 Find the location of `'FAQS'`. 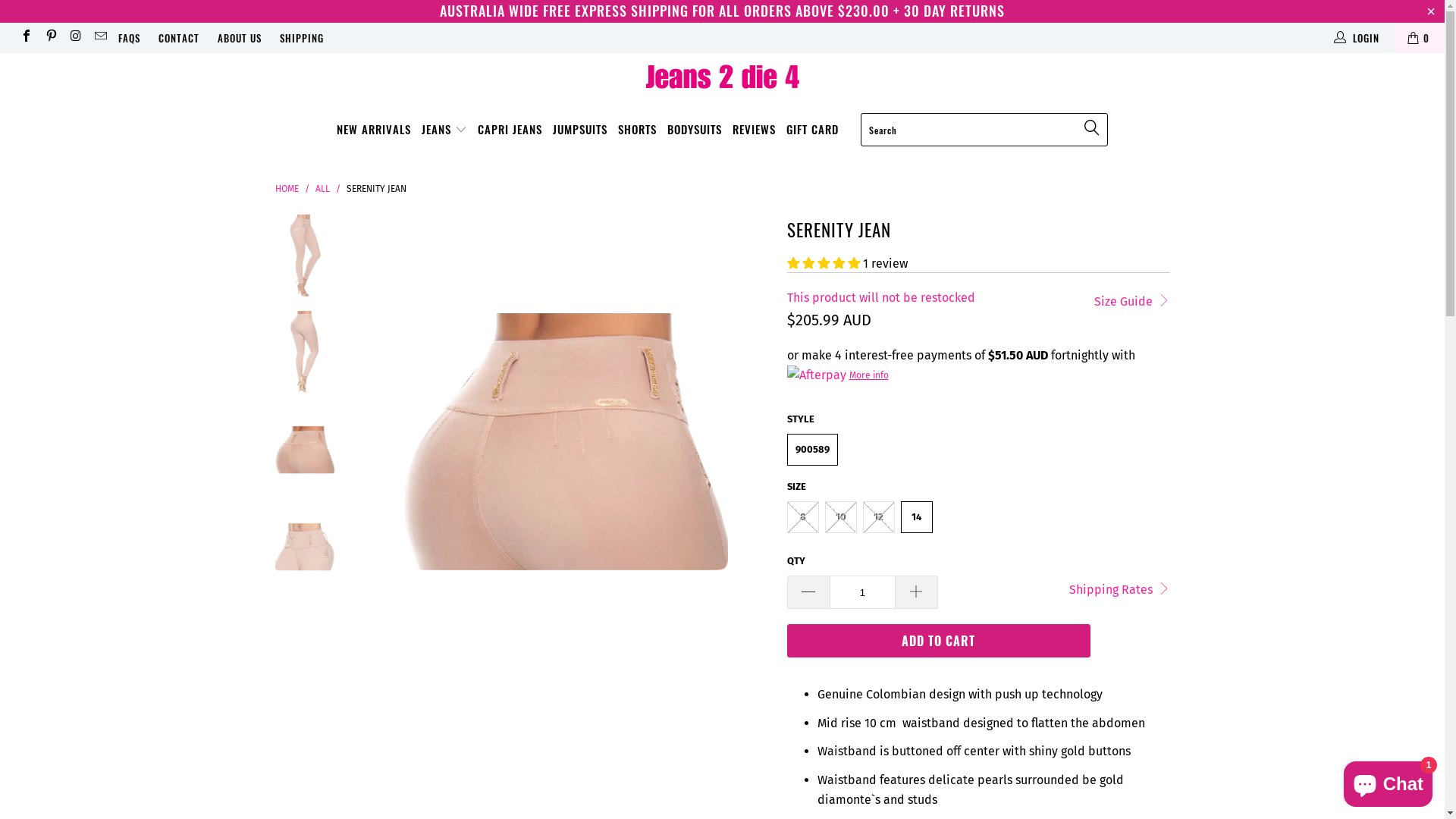

'FAQS' is located at coordinates (118, 37).